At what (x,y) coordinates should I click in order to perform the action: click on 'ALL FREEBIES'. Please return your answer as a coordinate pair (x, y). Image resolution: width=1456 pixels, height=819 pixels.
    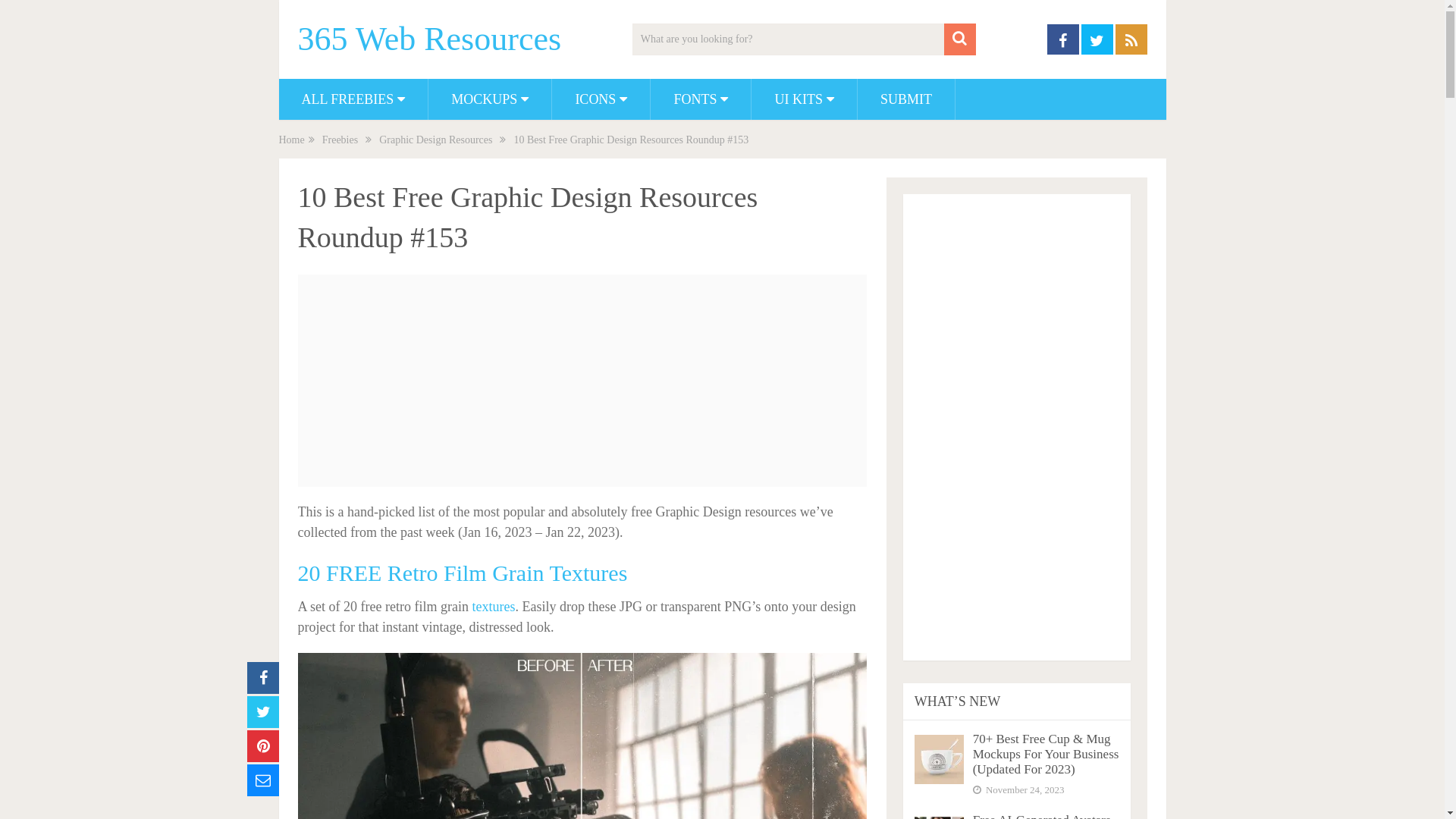
    Looking at the image, I should click on (353, 99).